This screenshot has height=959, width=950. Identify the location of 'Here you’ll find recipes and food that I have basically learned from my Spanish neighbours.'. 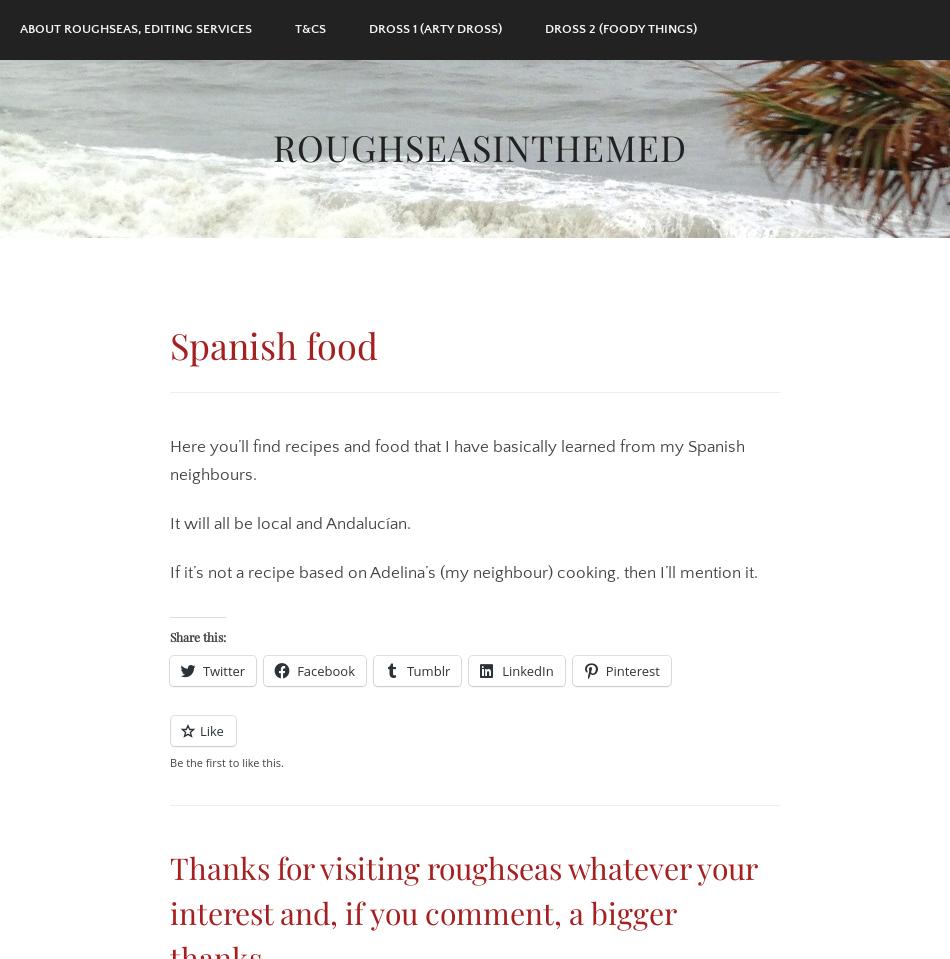
(169, 459).